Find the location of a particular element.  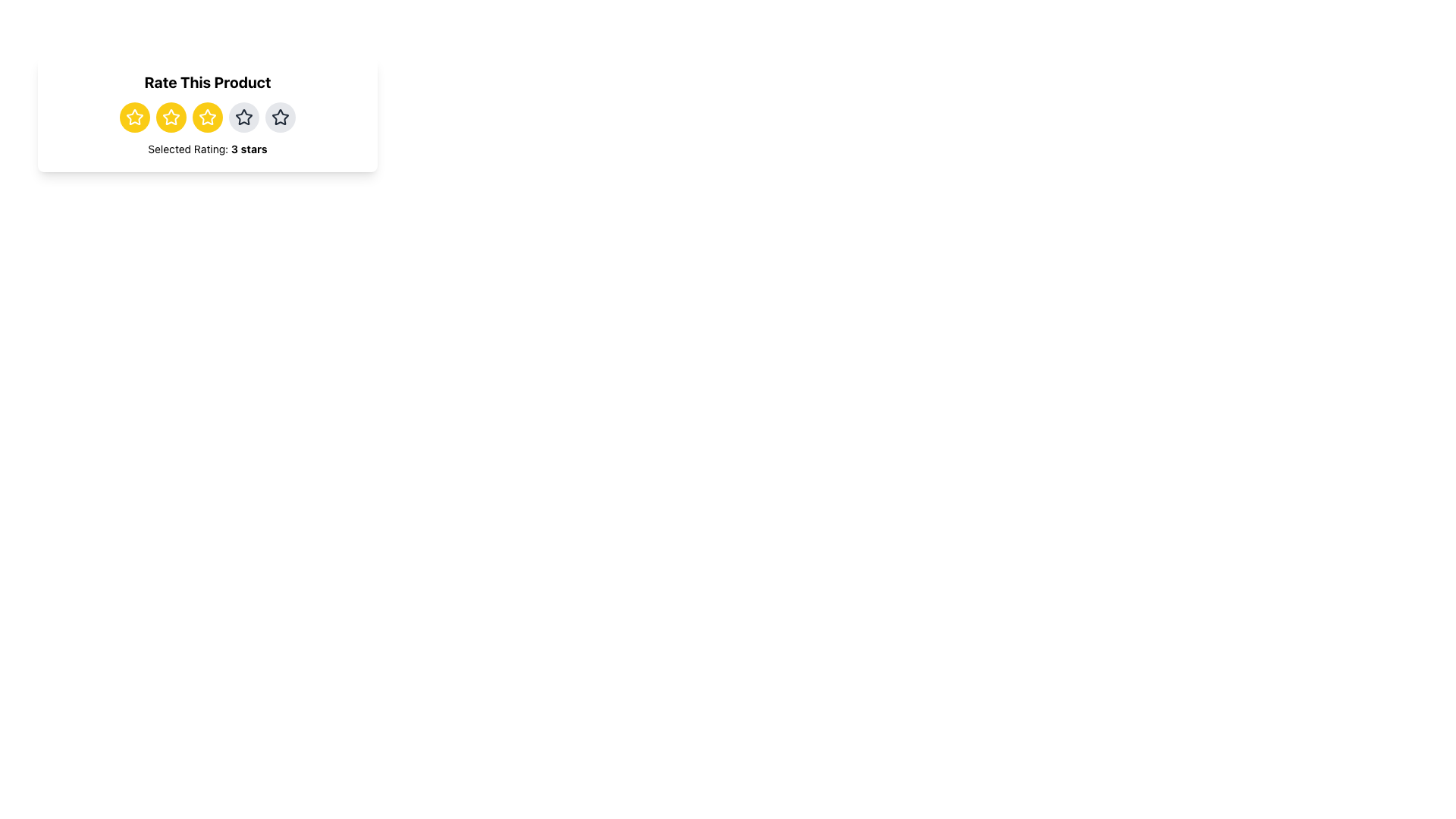

the third star SVG icon in the 5-star rating system, which is located in the center of the card displaying 'Rate This Product' is located at coordinates (134, 116).